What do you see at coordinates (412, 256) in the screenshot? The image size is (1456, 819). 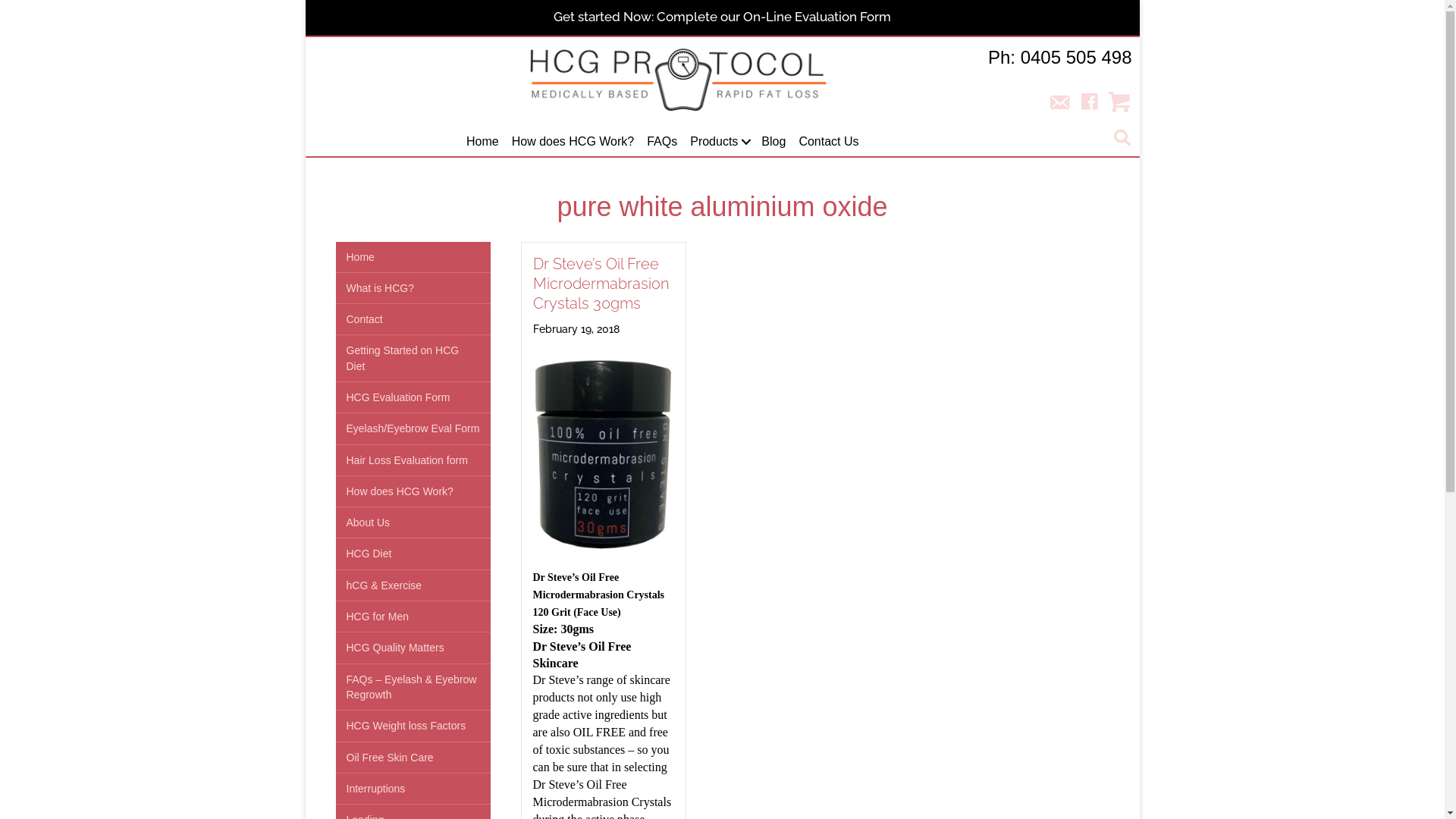 I see `'Home'` at bounding box center [412, 256].